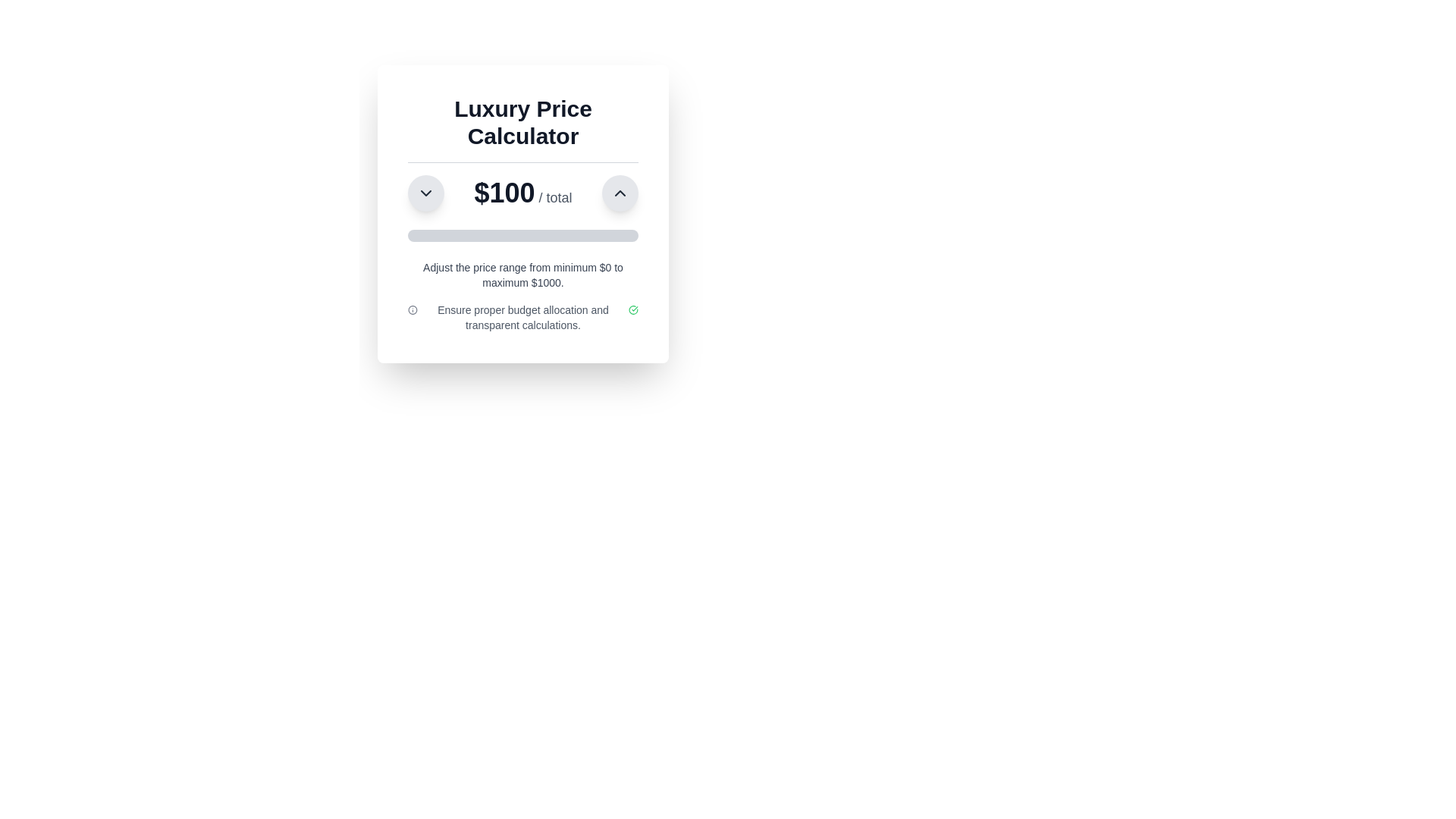 The width and height of the screenshot is (1456, 819). I want to click on the static text element that provides descriptive information related to budget allocation and transparency, positioned between an info icon and a green check mark icon, so click(523, 317).